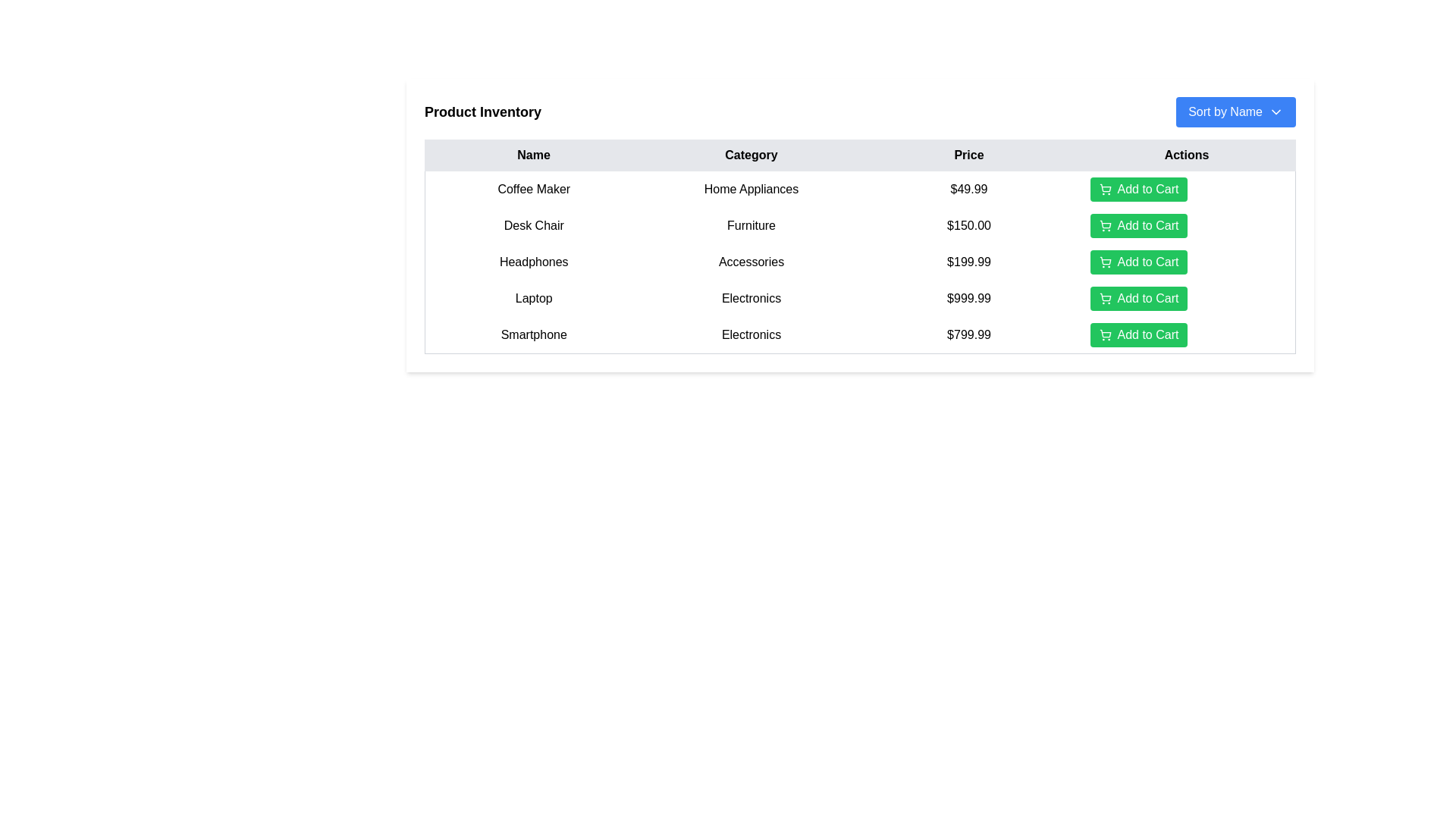 The image size is (1456, 819). What do you see at coordinates (534, 155) in the screenshot?
I see `the 'Name' table header, which is the first column header in a row of headers styled with bold black text on a light gray background` at bounding box center [534, 155].